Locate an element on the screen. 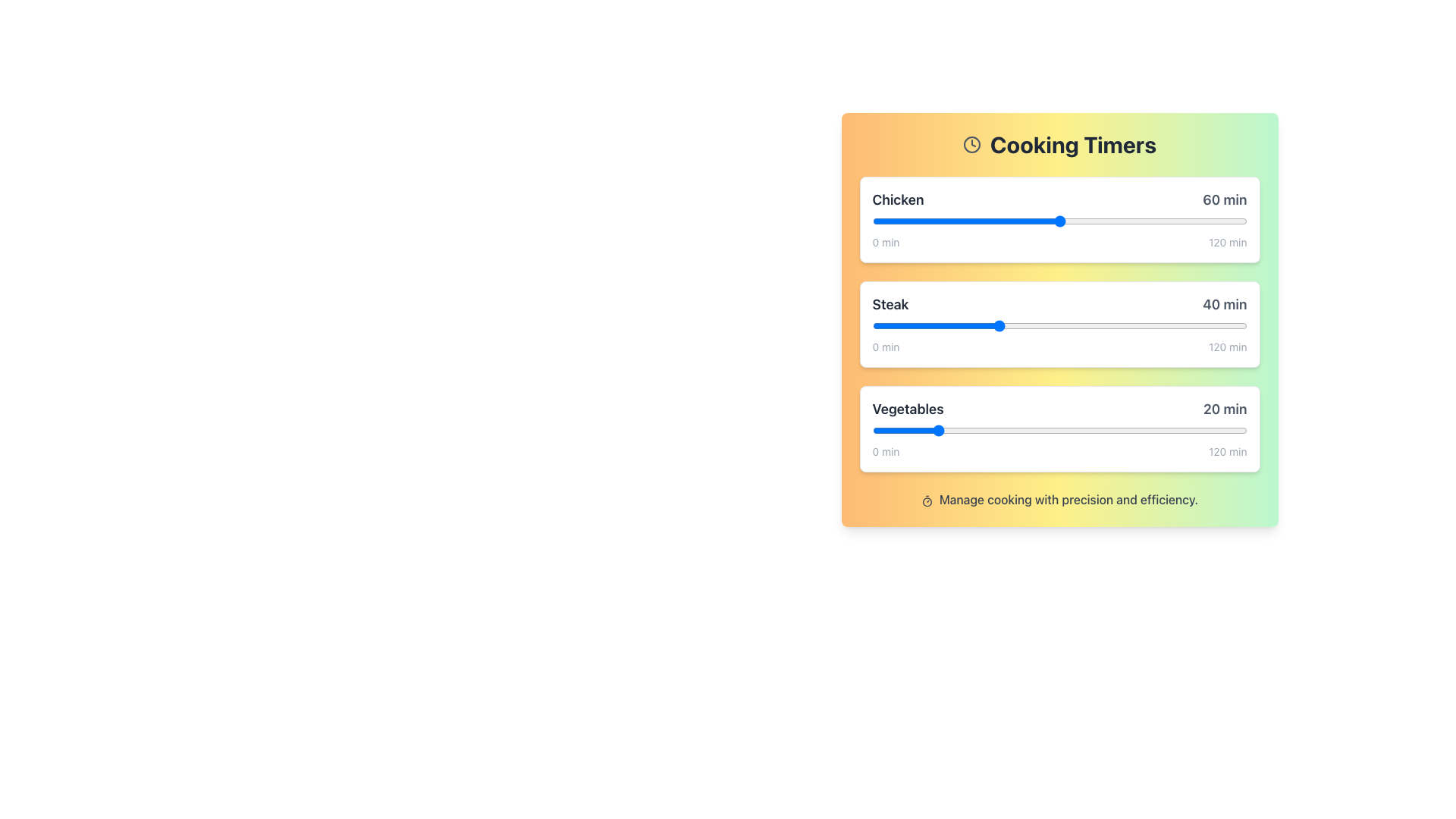 Image resolution: width=1456 pixels, height=819 pixels. the timer value for the slider is located at coordinates (912, 325).